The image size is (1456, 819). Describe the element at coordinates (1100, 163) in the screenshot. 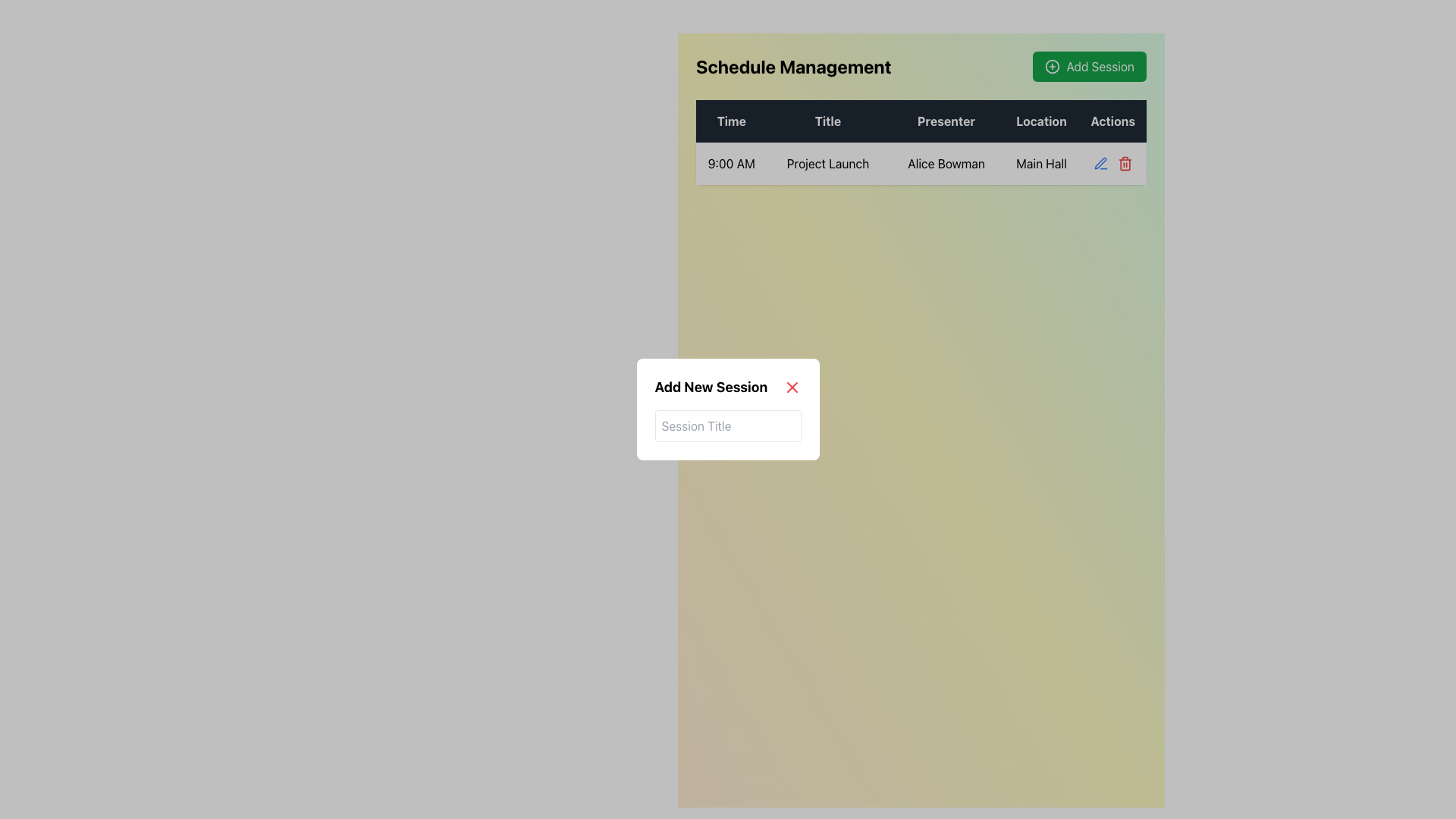

I see `the pen icon in the top right corner of the 'Actions' column` at that location.